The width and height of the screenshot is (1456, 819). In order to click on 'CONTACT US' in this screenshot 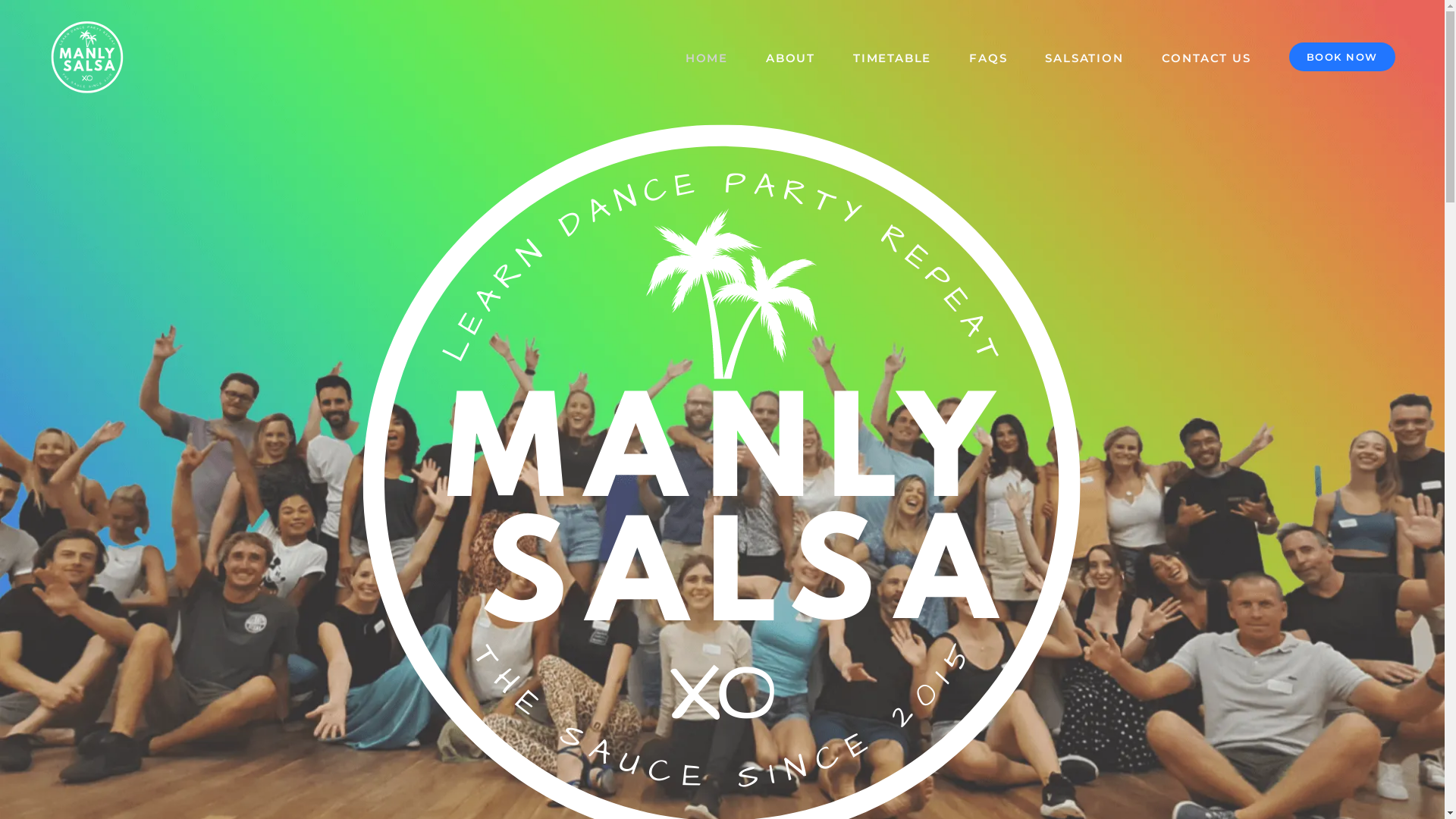, I will do `click(1205, 55)`.